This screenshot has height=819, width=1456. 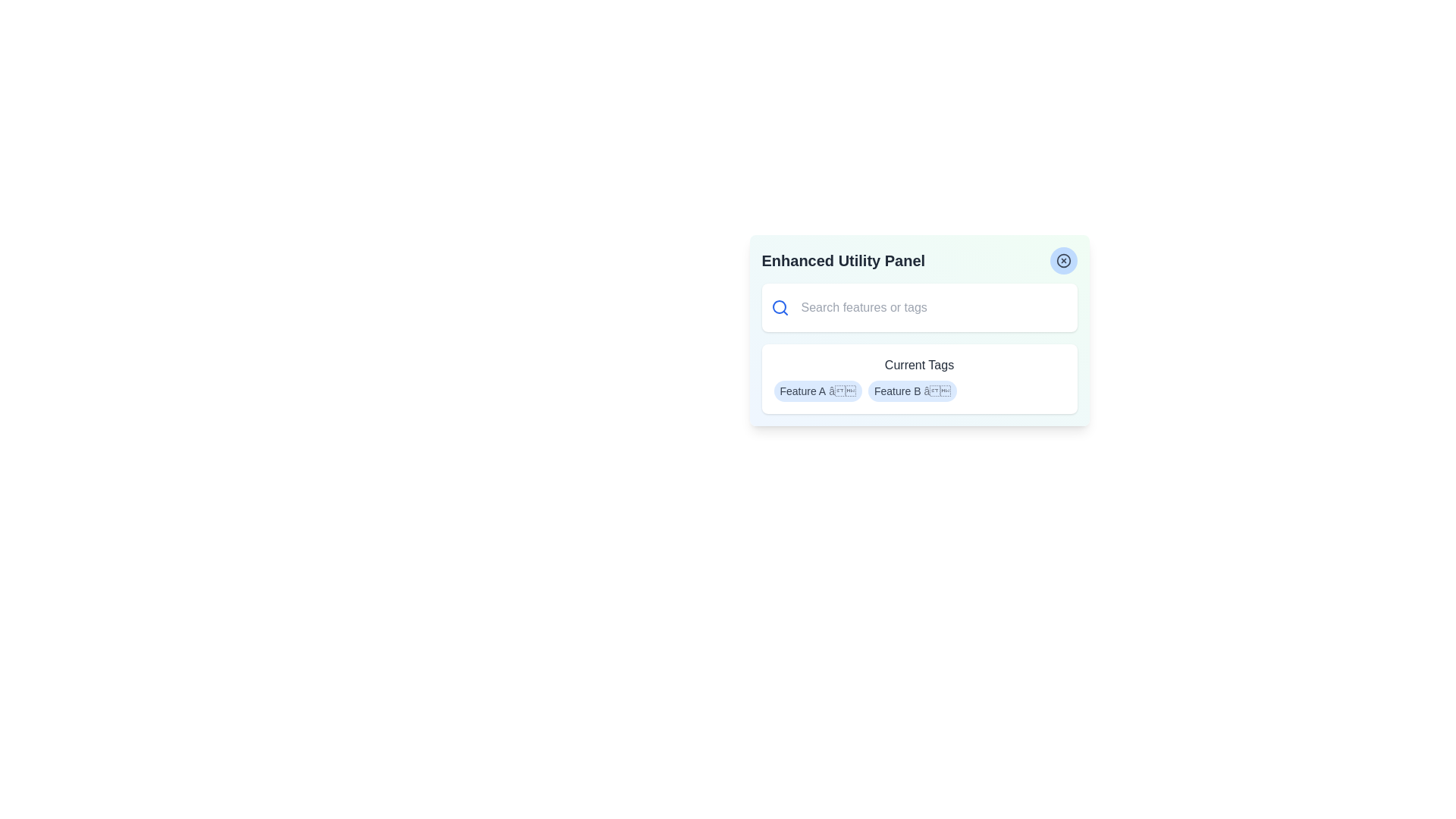 I want to click on the Search input field with a white background and a magnifying glass icon to focus on it, so click(x=918, y=307).